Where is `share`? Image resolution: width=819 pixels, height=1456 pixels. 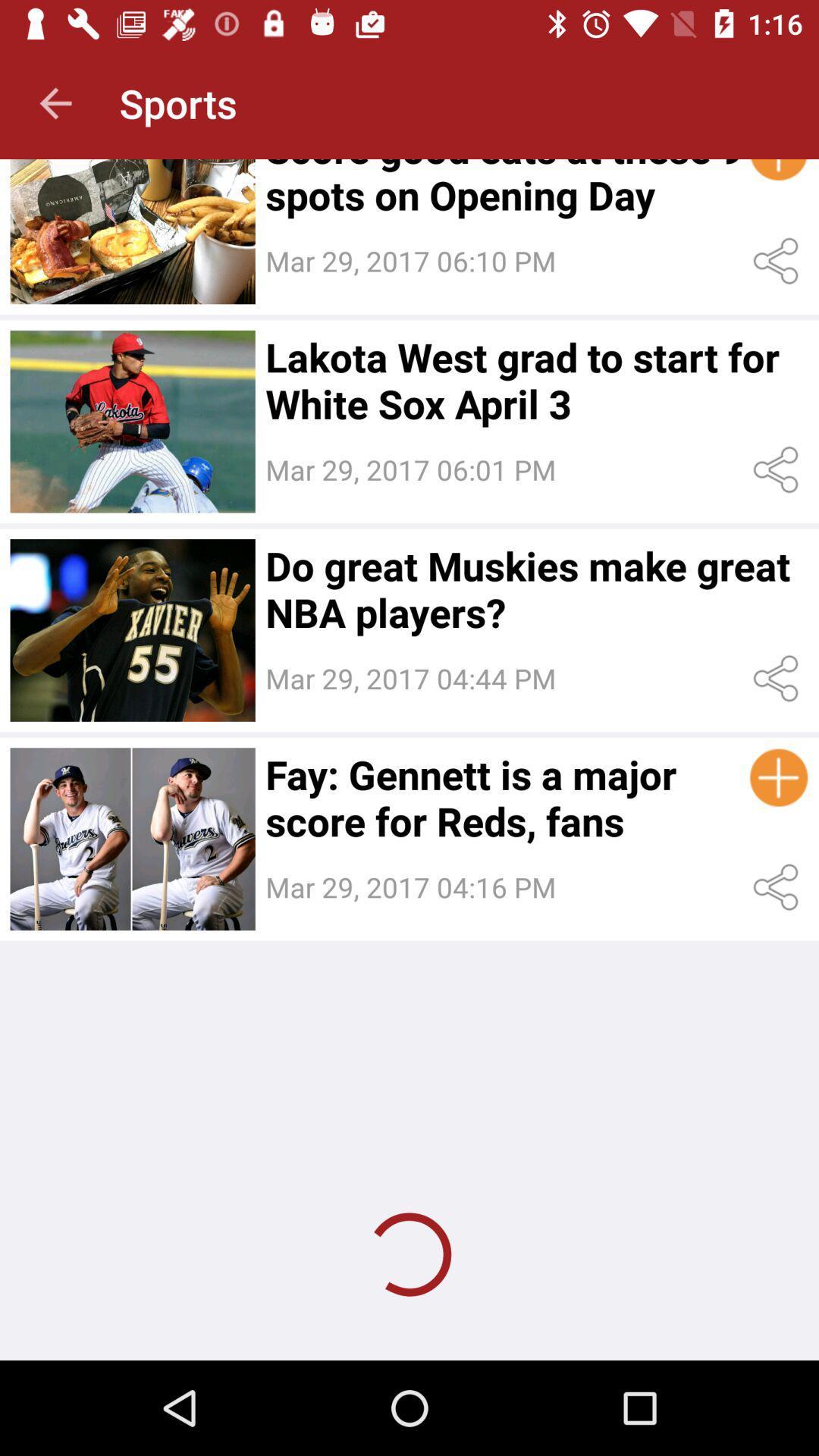
share is located at coordinates (779, 469).